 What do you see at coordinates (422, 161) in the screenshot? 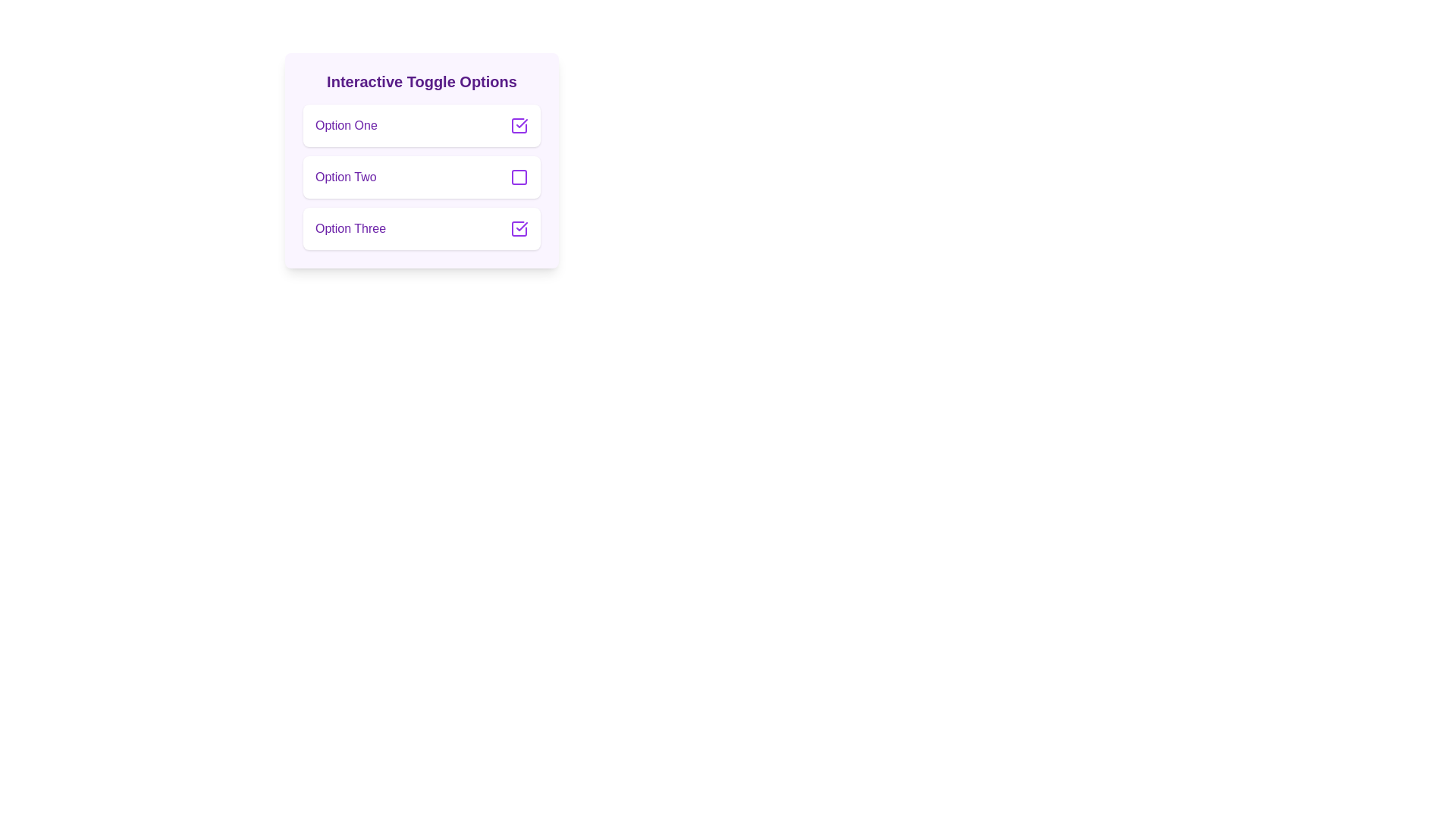
I see `the 'Option Two' selectable checkbox` at bounding box center [422, 161].